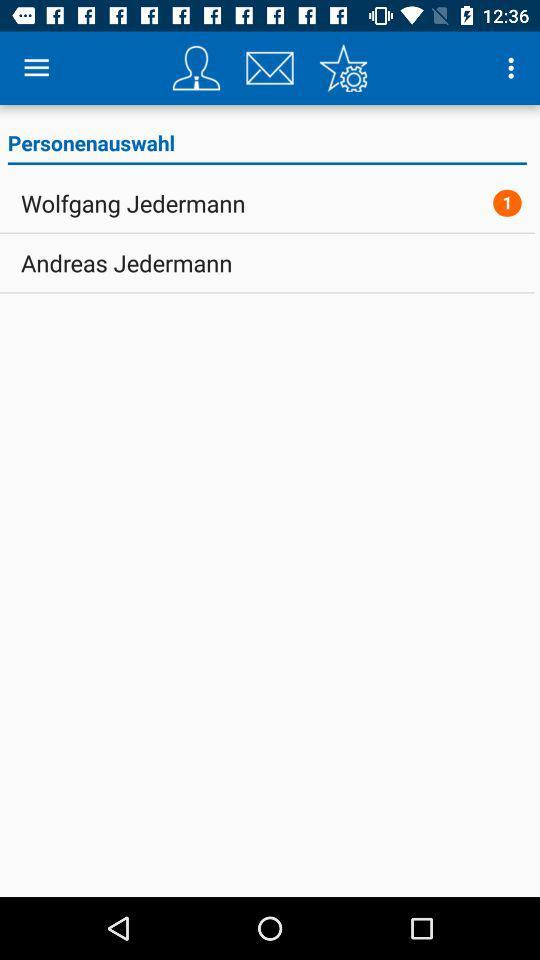 The height and width of the screenshot is (960, 540). Describe the element at coordinates (133, 203) in the screenshot. I see `icon below the personenauswahl icon` at that location.